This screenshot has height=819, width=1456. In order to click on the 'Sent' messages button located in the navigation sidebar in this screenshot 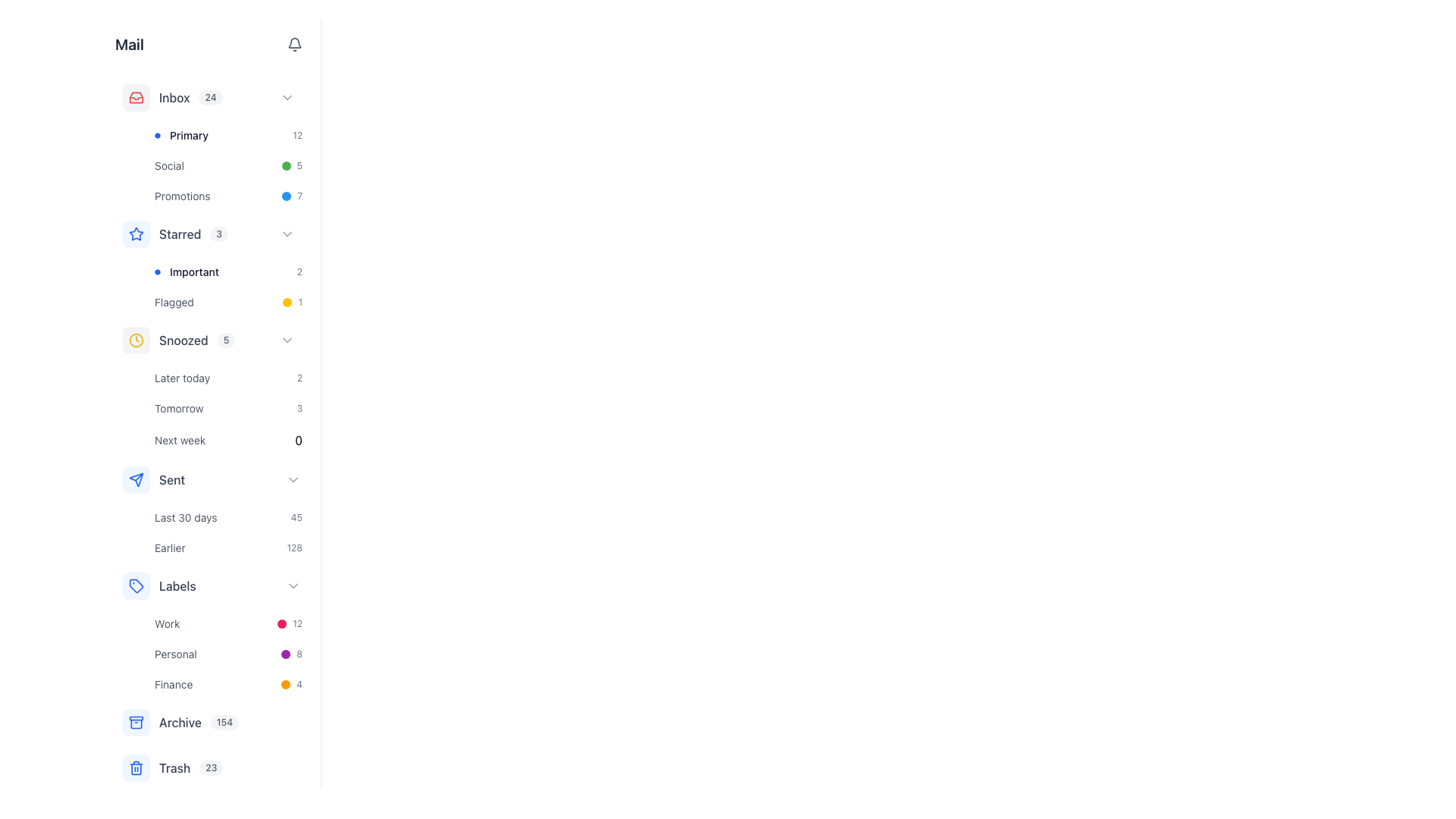, I will do `click(211, 479)`.